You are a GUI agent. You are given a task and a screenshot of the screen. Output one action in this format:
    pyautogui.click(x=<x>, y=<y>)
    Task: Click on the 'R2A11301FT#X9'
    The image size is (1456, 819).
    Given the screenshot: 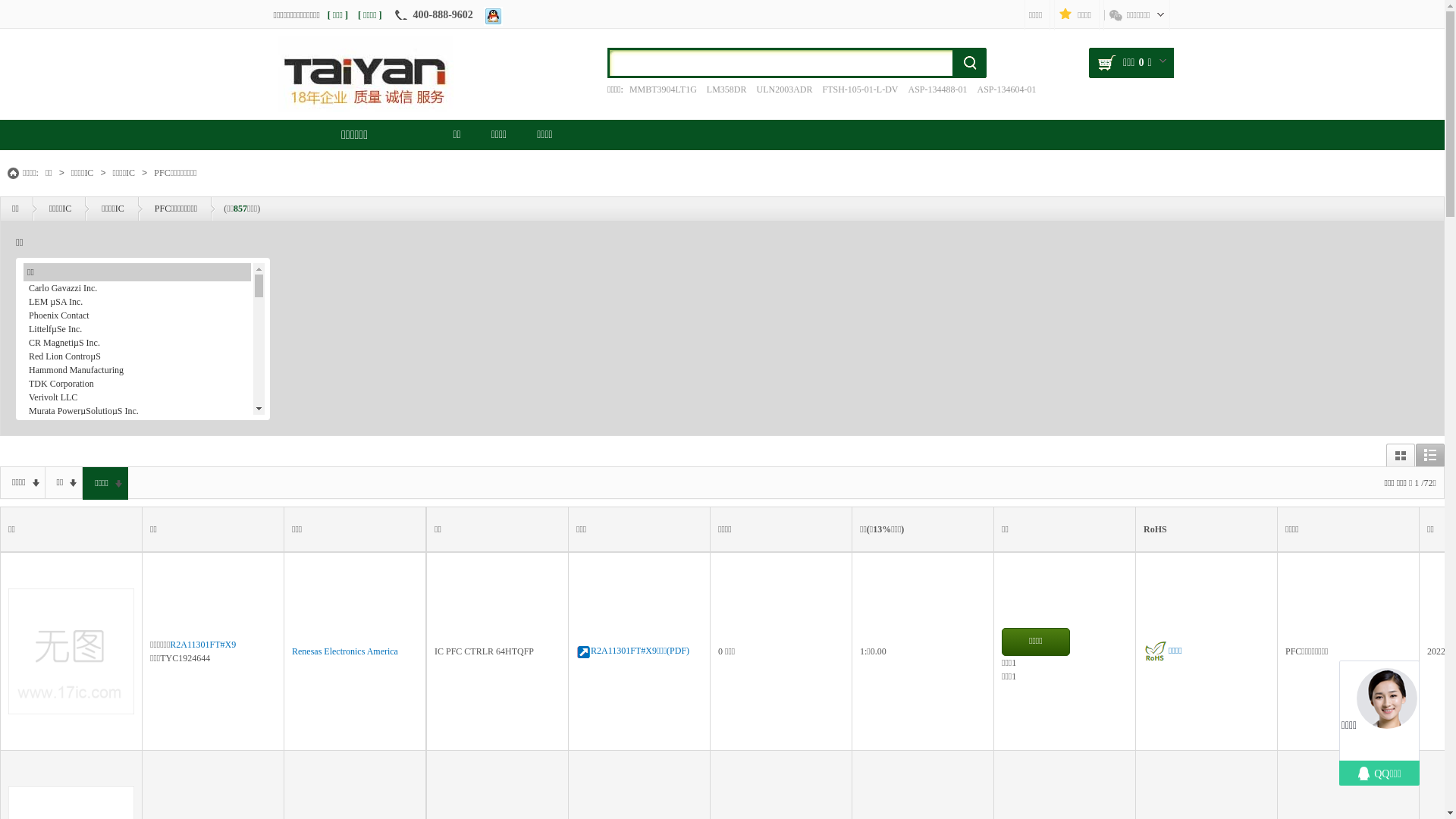 What is the action you would take?
    pyautogui.click(x=170, y=644)
    